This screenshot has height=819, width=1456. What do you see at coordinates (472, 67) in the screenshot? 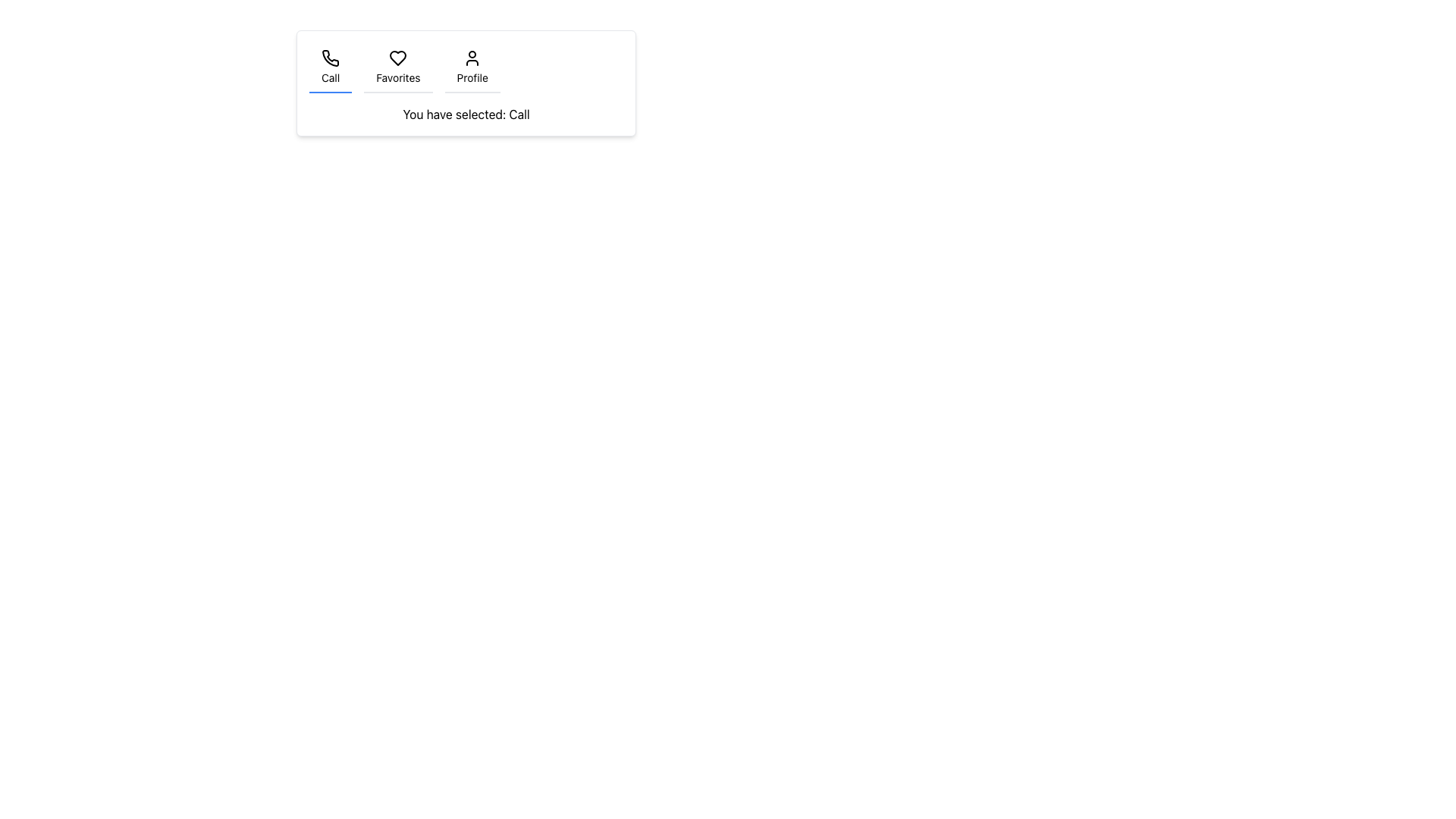
I see `the third button in the row, located to the right of 'Call' and 'Favorites'` at bounding box center [472, 67].